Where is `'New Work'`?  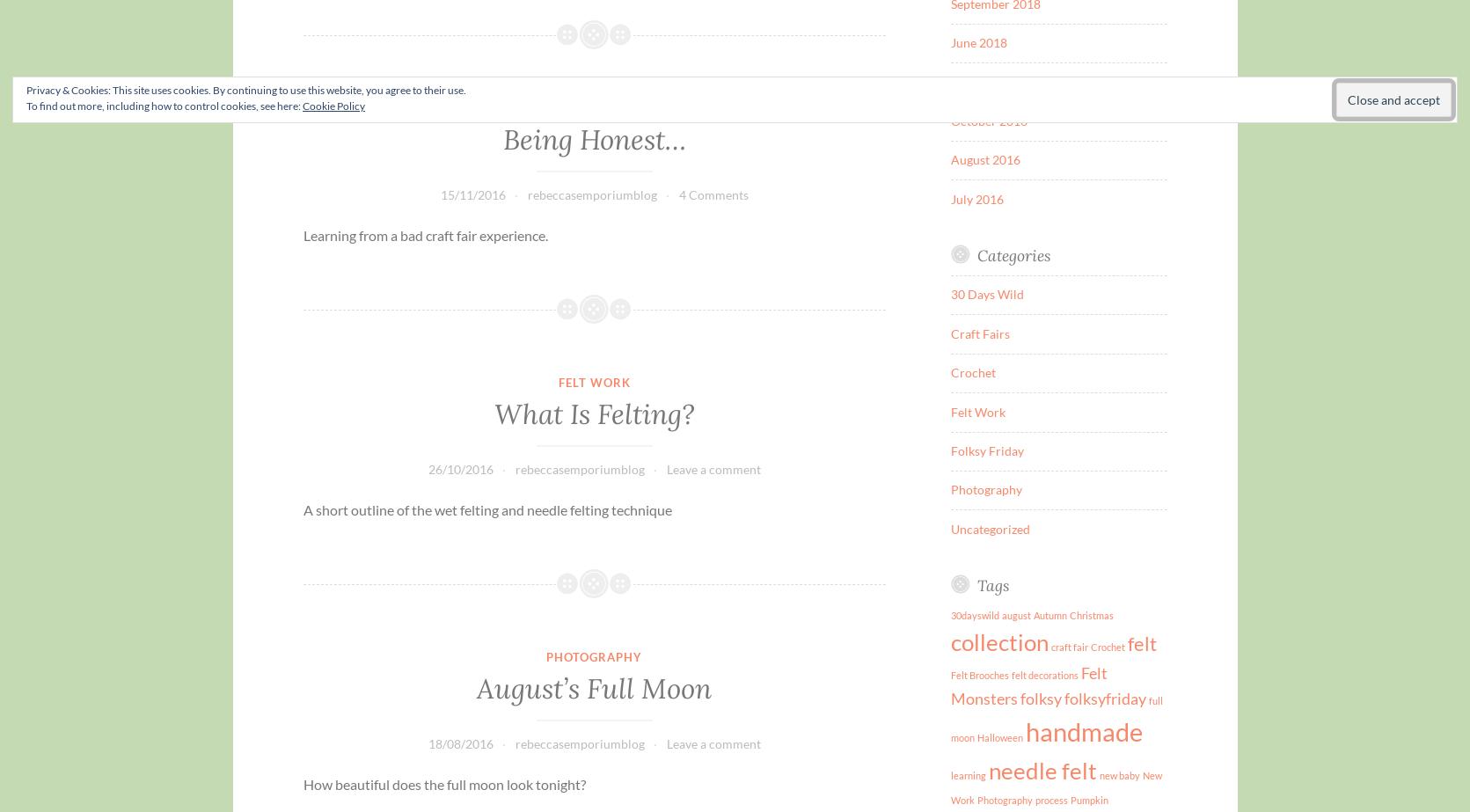
'New Work' is located at coordinates (1056, 786).